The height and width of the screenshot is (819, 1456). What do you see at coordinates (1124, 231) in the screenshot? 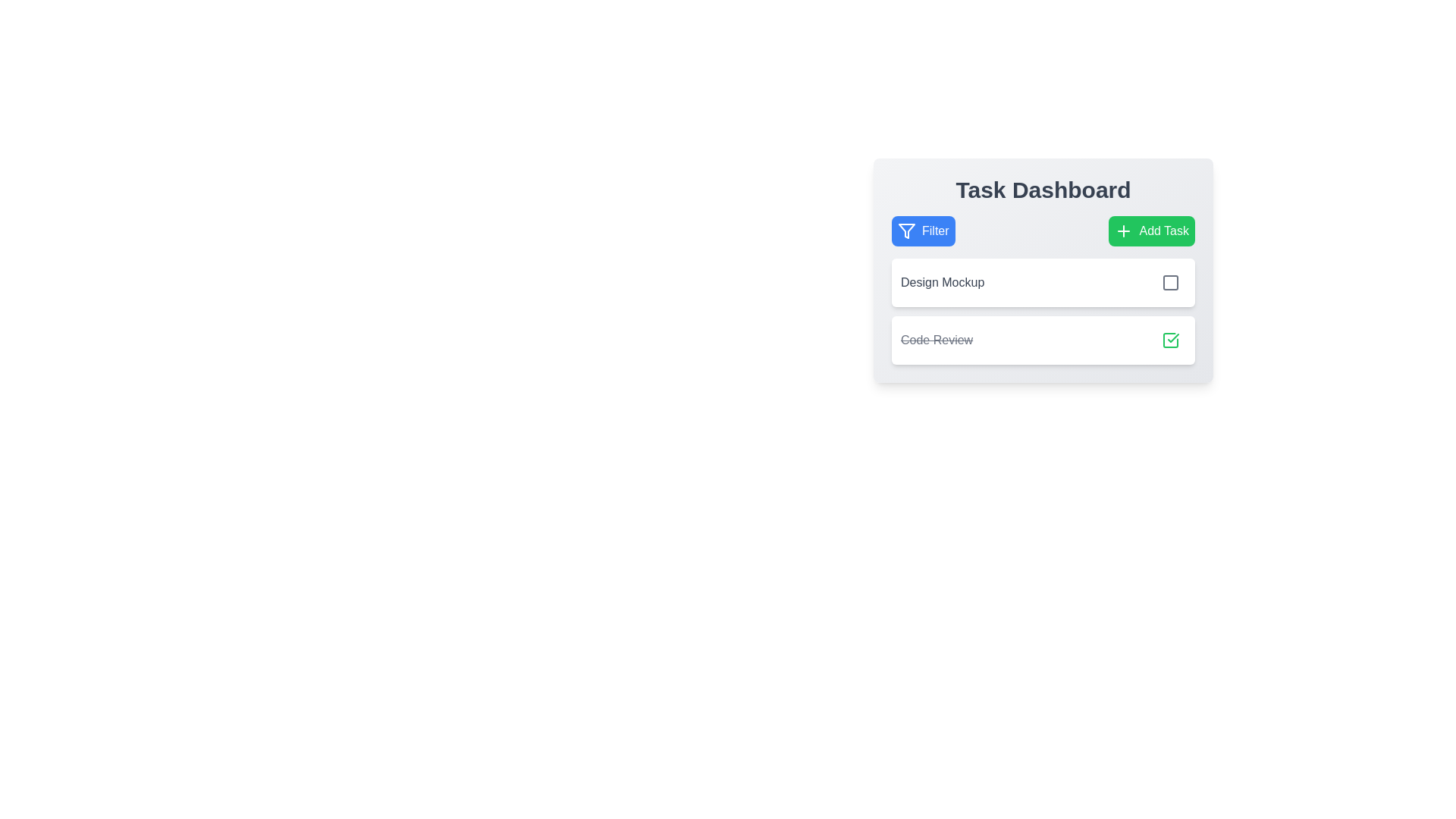
I see `the icon located inside the 'Add Task' button in the top-right corner of the task management interface` at bounding box center [1124, 231].